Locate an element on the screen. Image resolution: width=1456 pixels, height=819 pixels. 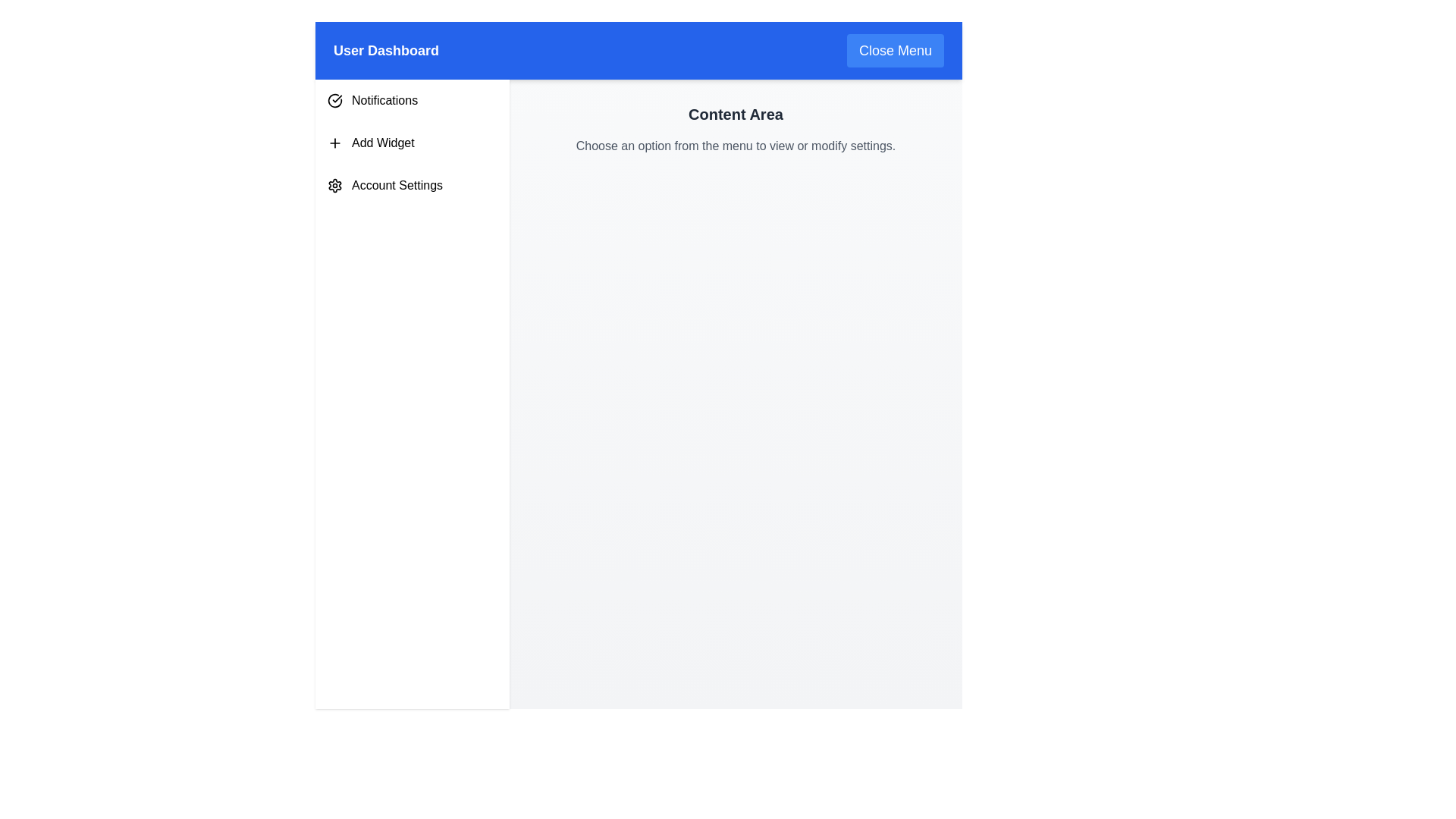
the third text label is located at coordinates (397, 185).